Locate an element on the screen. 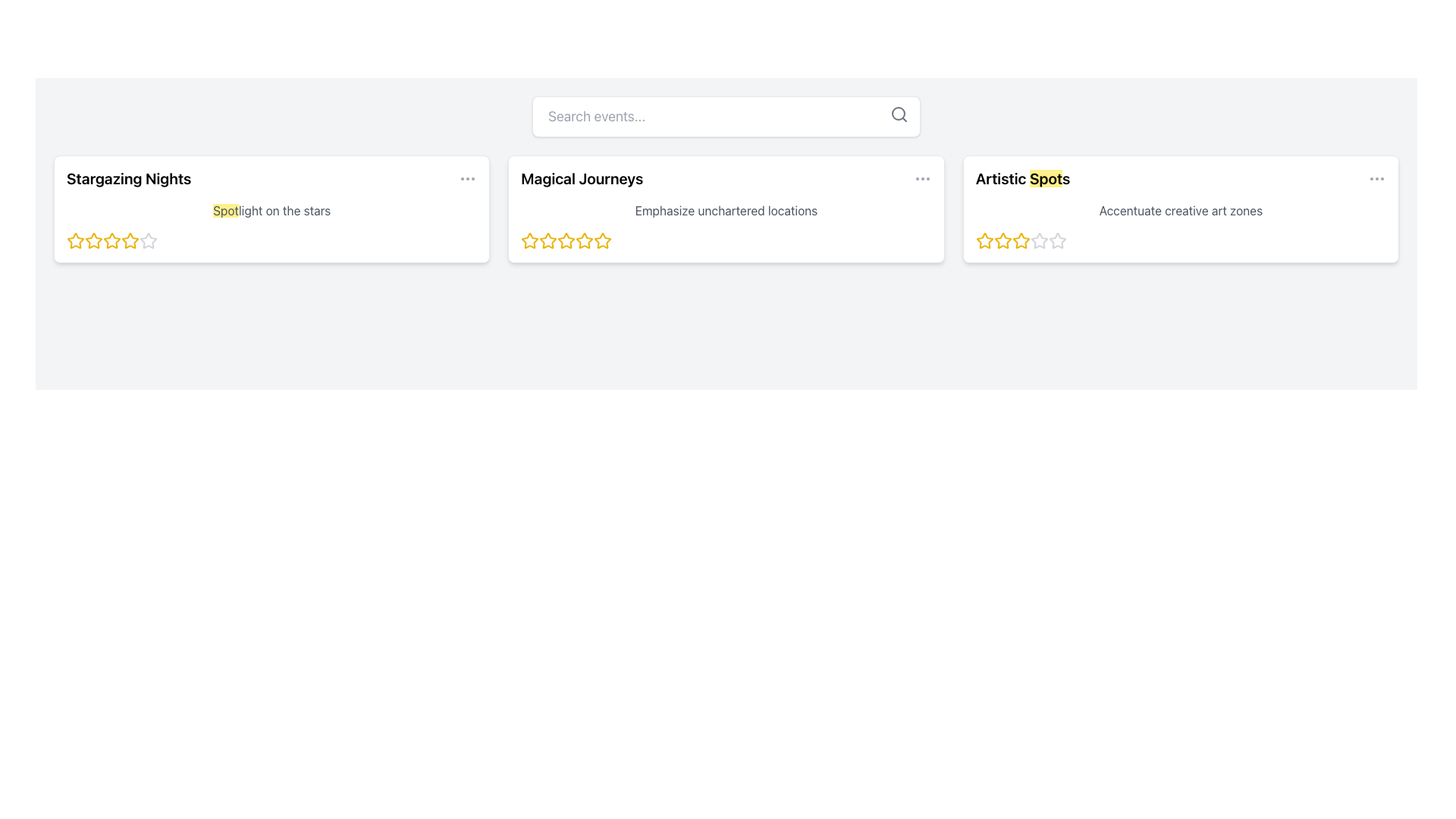 Image resolution: width=1456 pixels, height=819 pixels. the first yellow-outlined star icon representing the rating feature for 'Artistic Spots' is located at coordinates (984, 240).